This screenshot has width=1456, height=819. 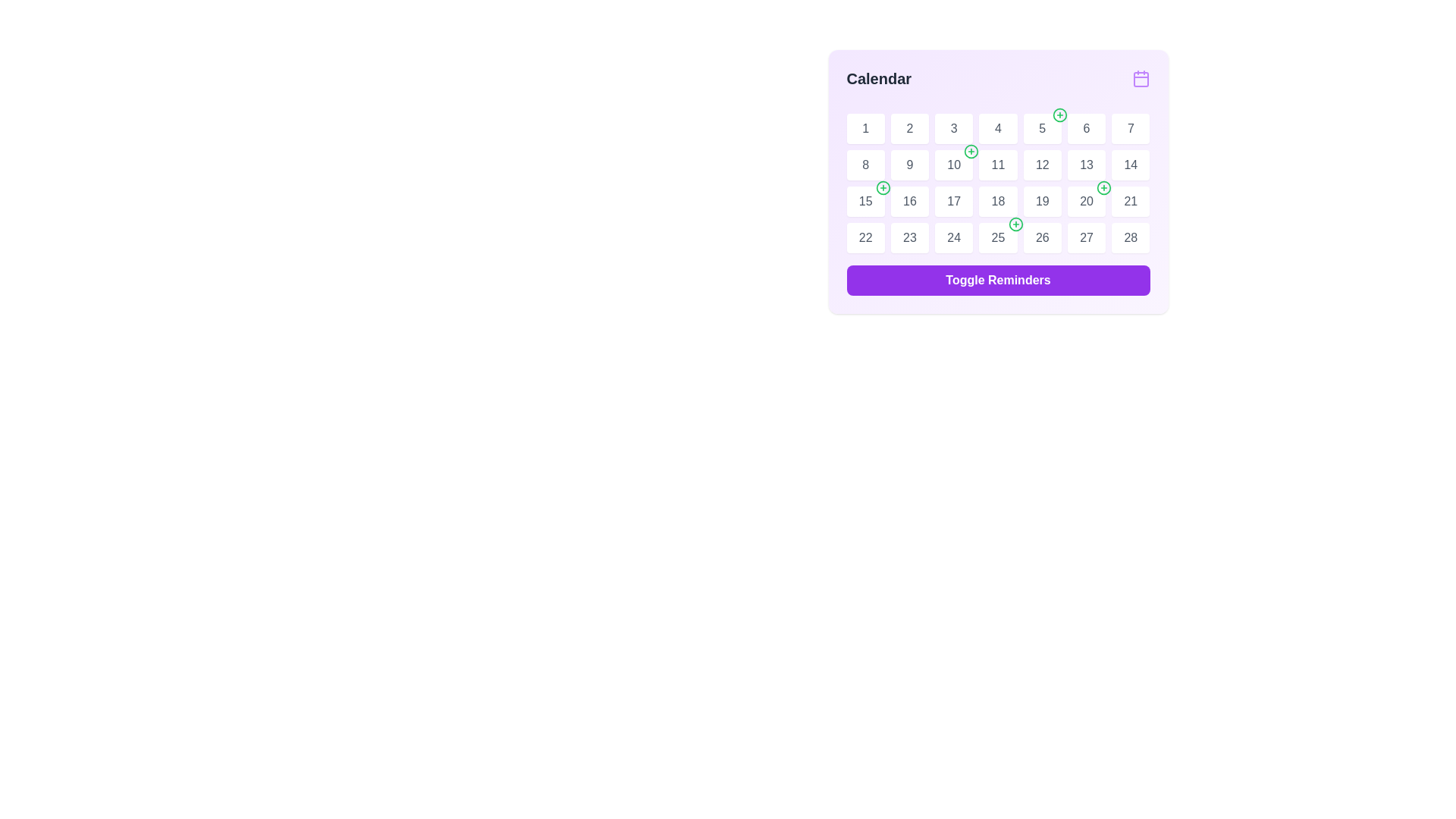 I want to click on the interactive day selection button for the date '24' in the calendar interface, so click(x=953, y=237).